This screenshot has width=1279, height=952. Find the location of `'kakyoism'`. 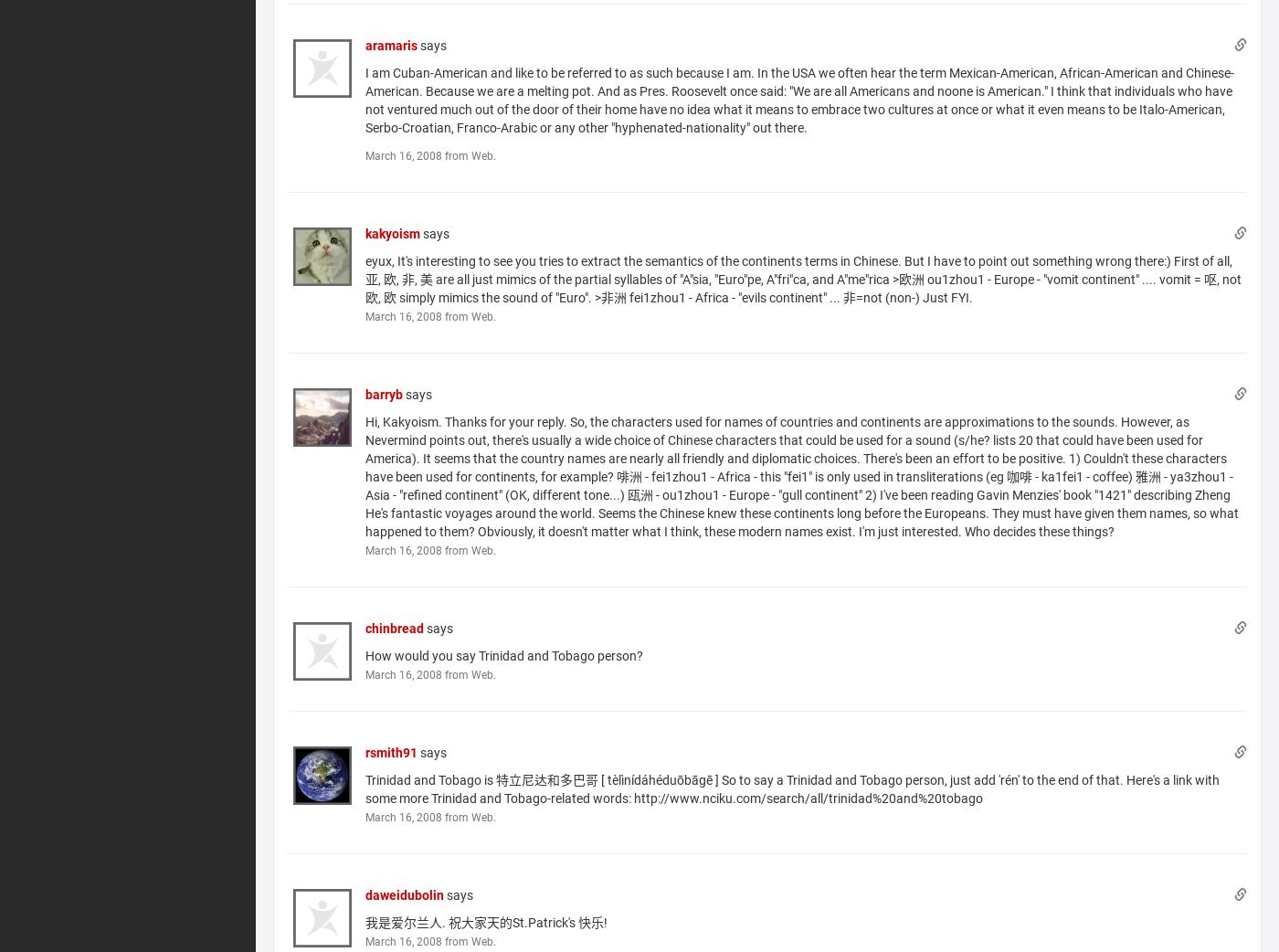

'kakyoism' is located at coordinates (392, 231).